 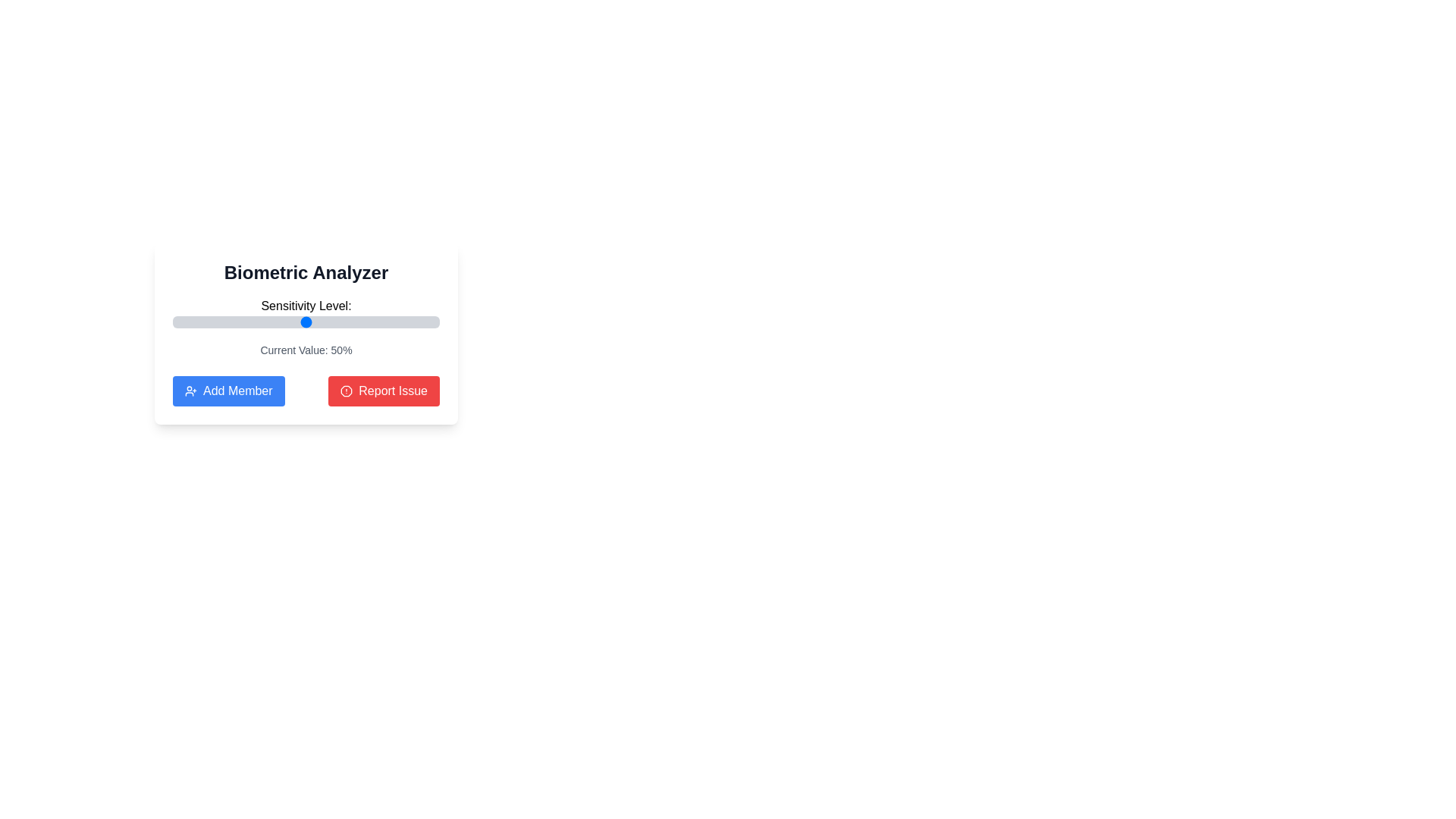 I want to click on the 'Biometric Analyzer' interactive widget, so click(x=305, y=342).